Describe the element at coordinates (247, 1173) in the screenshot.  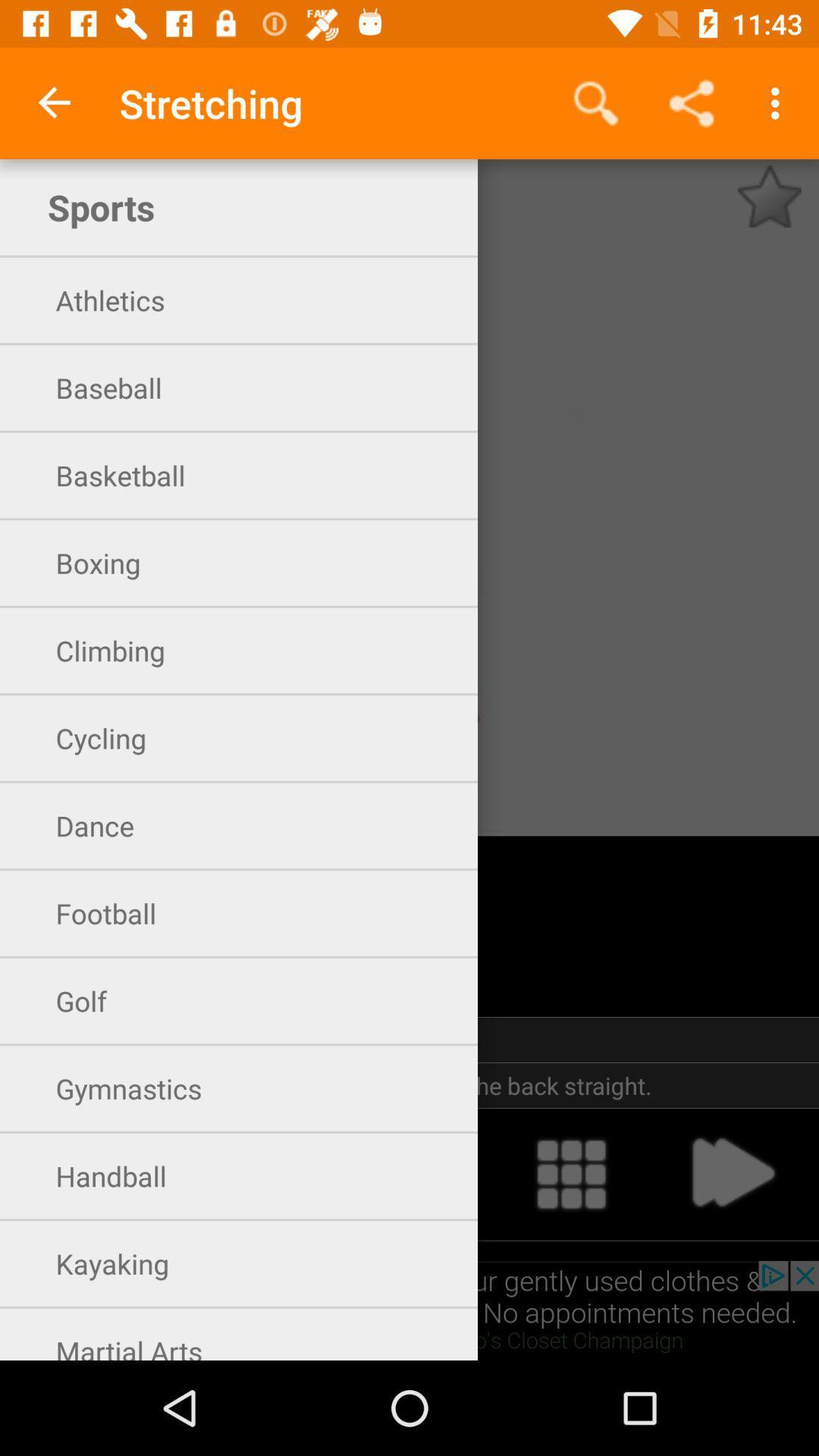
I see `the icon below the gymnastics` at that location.